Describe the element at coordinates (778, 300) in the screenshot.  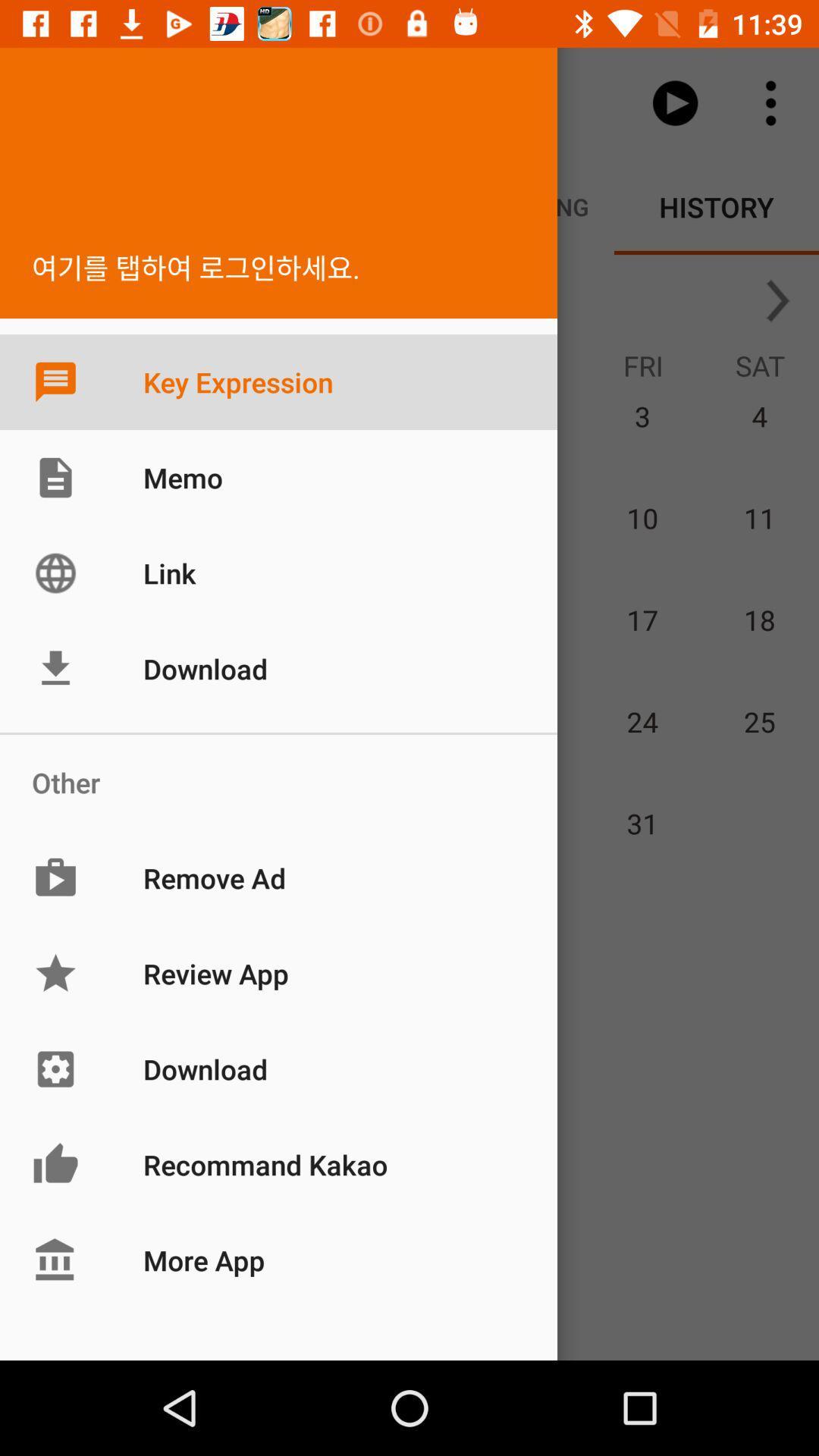
I see `the arrow_forward icon` at that location.